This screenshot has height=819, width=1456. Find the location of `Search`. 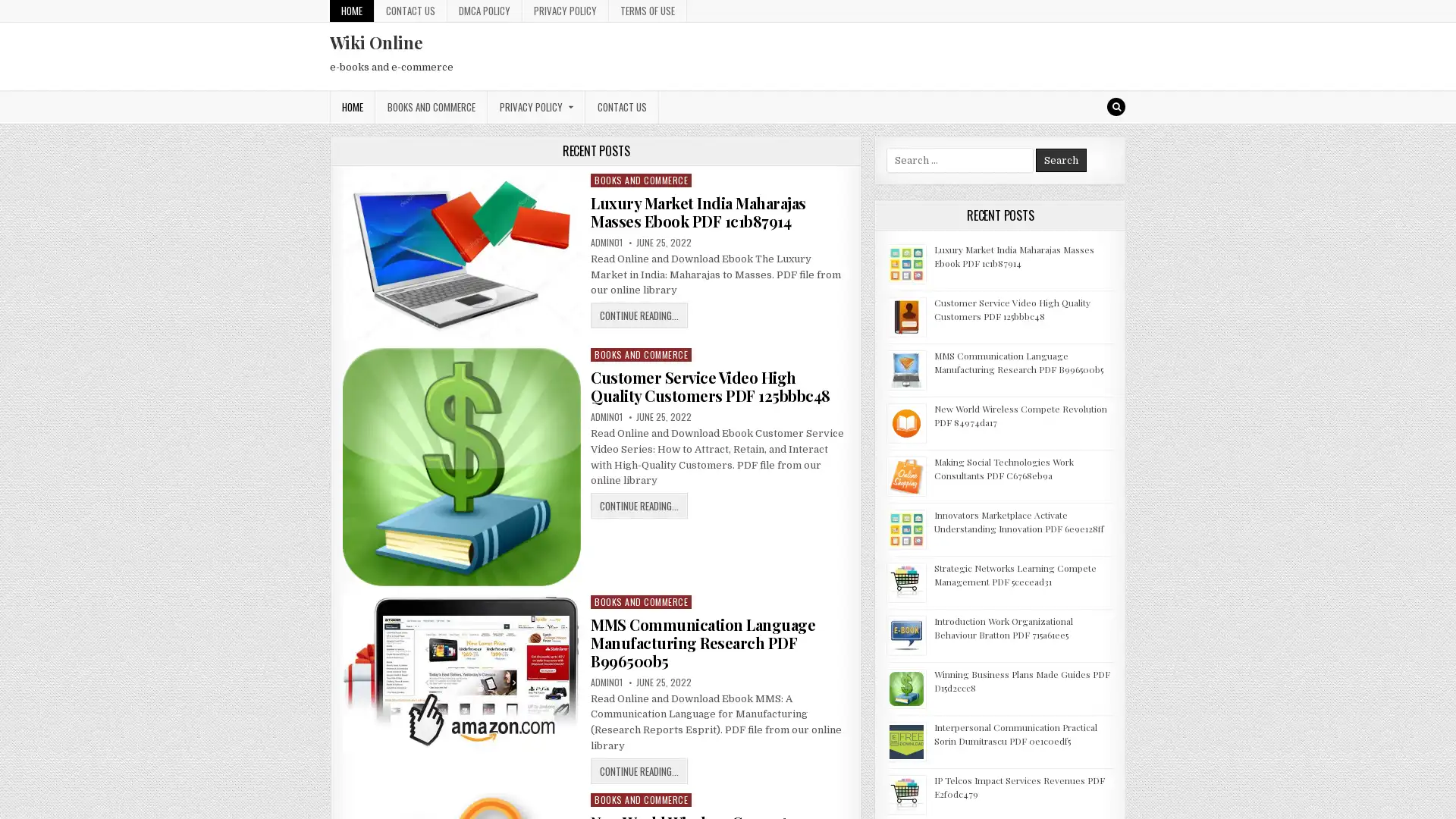

Search is located at coordinates (1060, 160).